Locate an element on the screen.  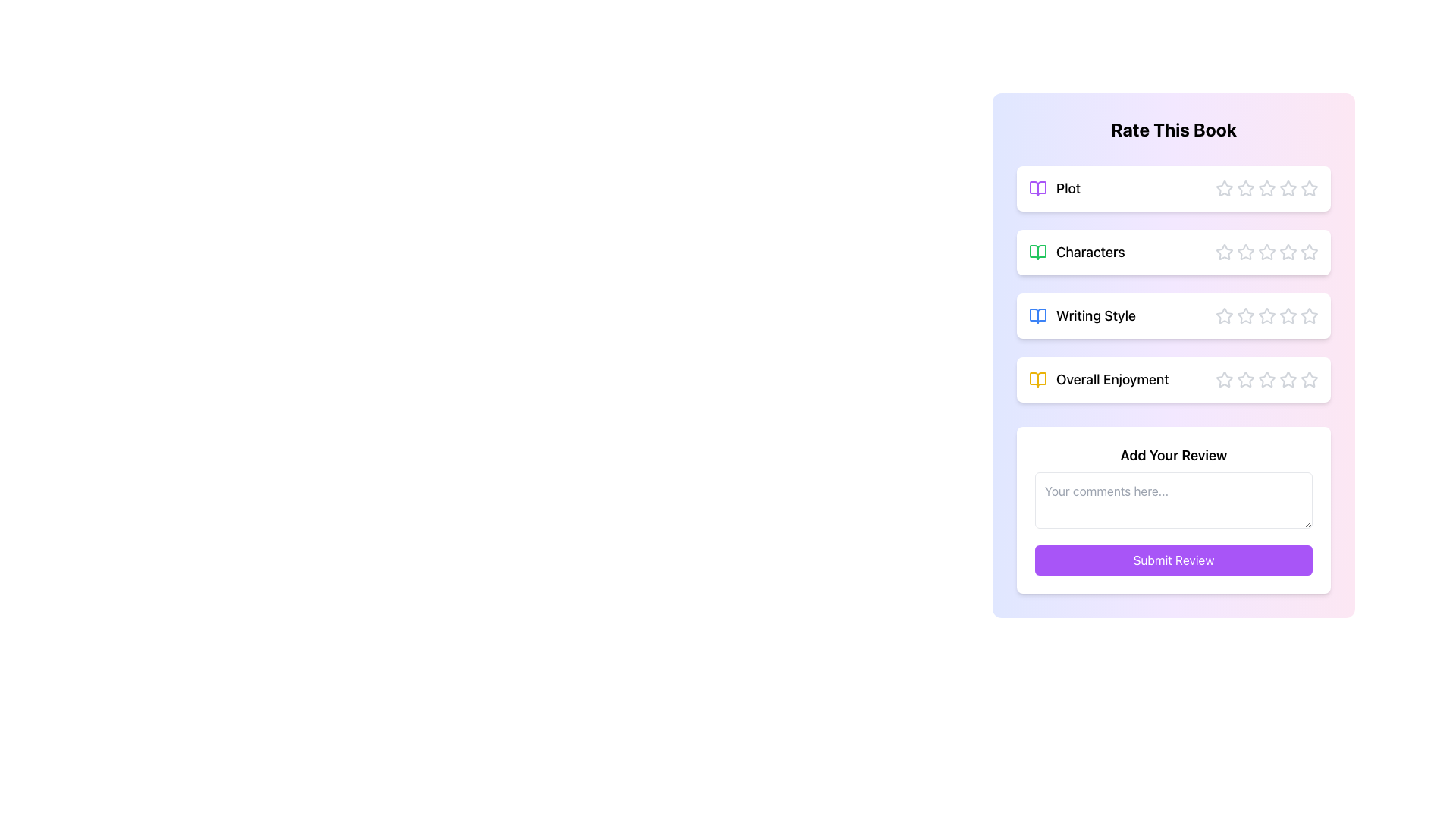
the second star icon in the third row of the rating section labeled 'Writing Style' is located at coordinates (1266, 315).